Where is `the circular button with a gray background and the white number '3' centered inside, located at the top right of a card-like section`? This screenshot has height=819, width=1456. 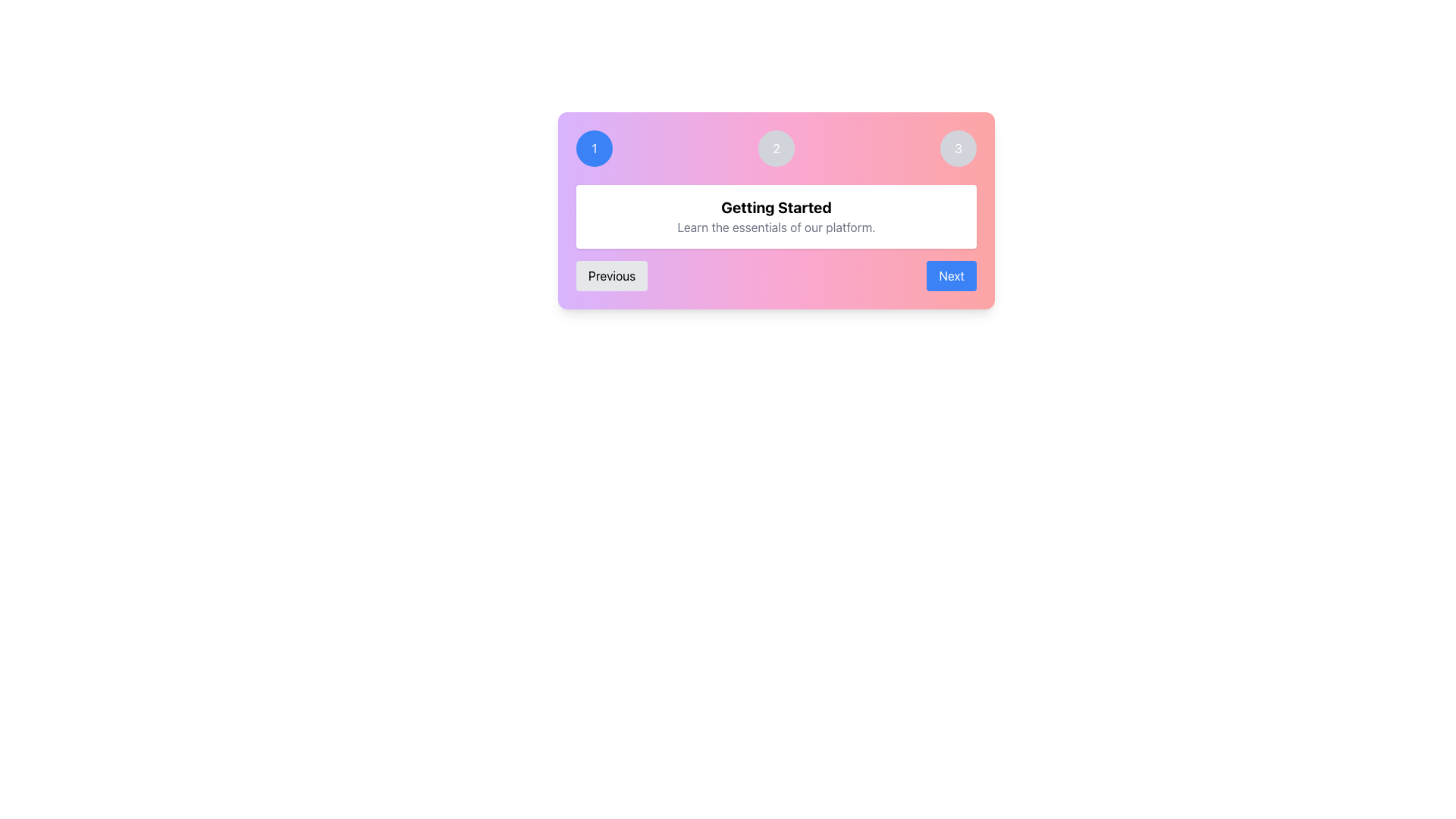
the circular button with a gray background and the white number '3' centered inside, located at the top right of a card-like section is located at coordinates (957, 149).